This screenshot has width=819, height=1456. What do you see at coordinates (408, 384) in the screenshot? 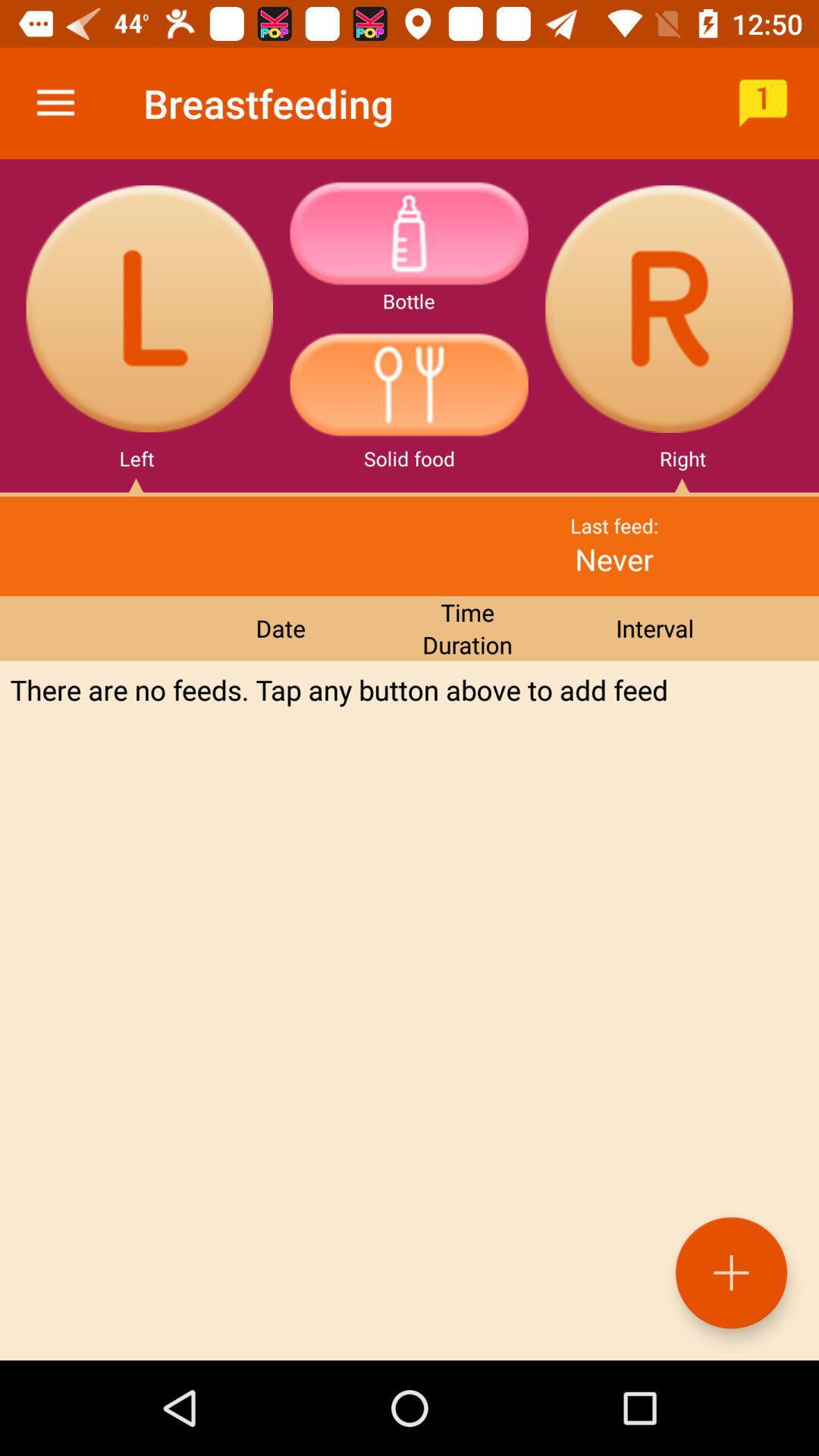
I see `the sliders icon` at bounding box center [408, 384].